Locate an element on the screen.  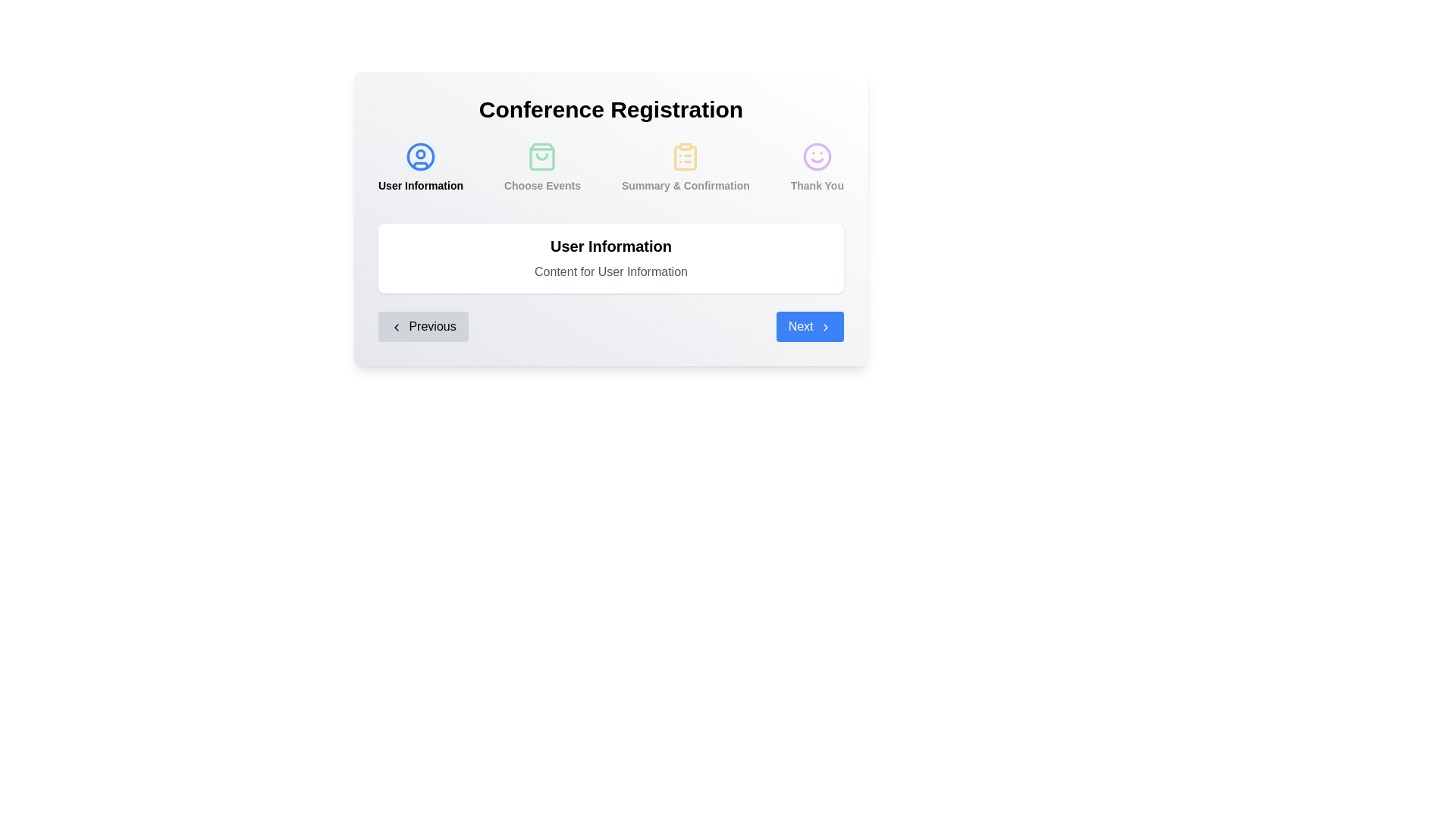
the 'Summary & Confirmation' navigation step indicator is located at coordinates (685, 167).